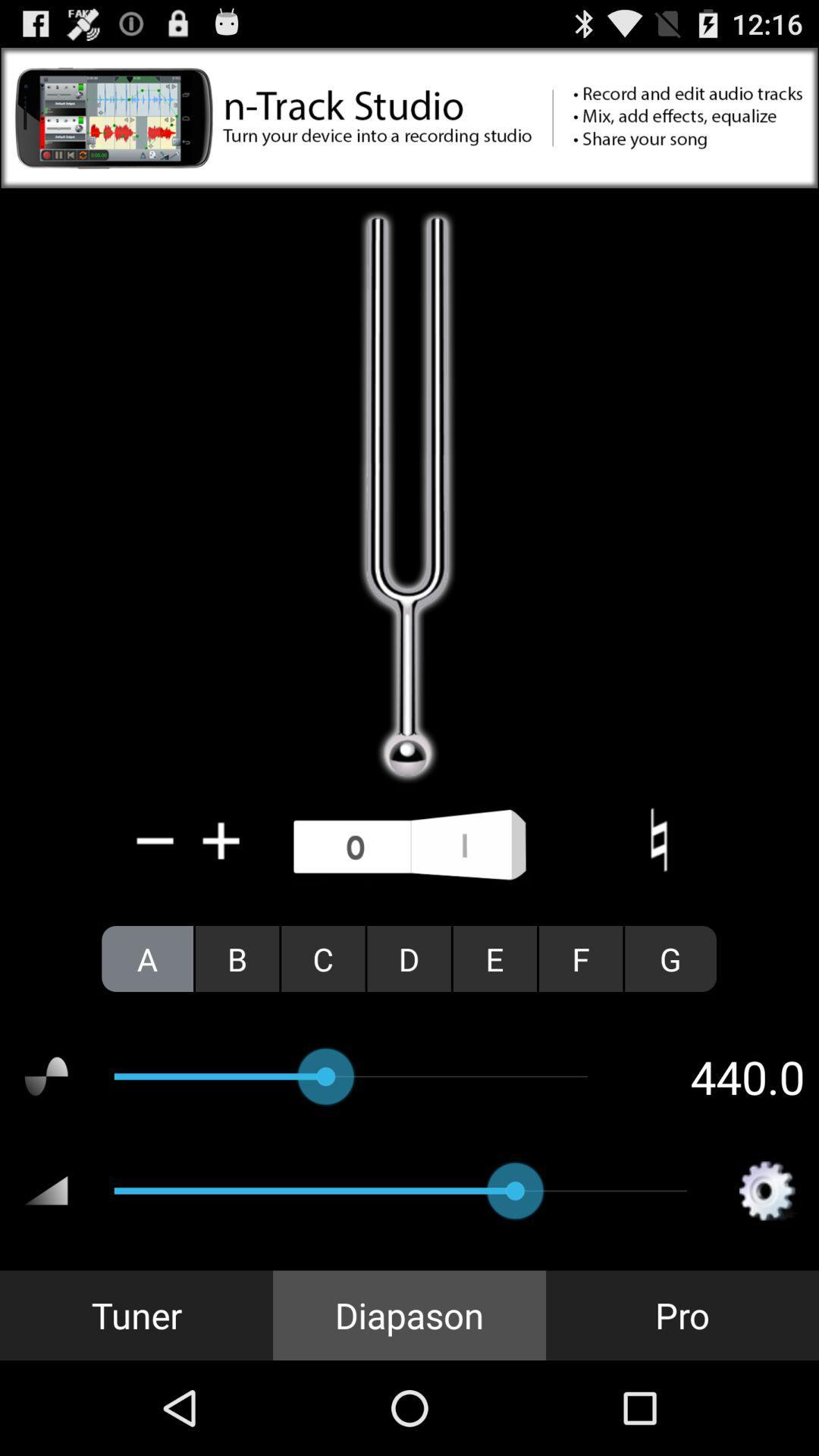 The width and height of the screenshot is (819, 1456). What do you see at coordinates (408, 958) in the screenshot?
I see `icon next to e` at bounding box center [408, 958].